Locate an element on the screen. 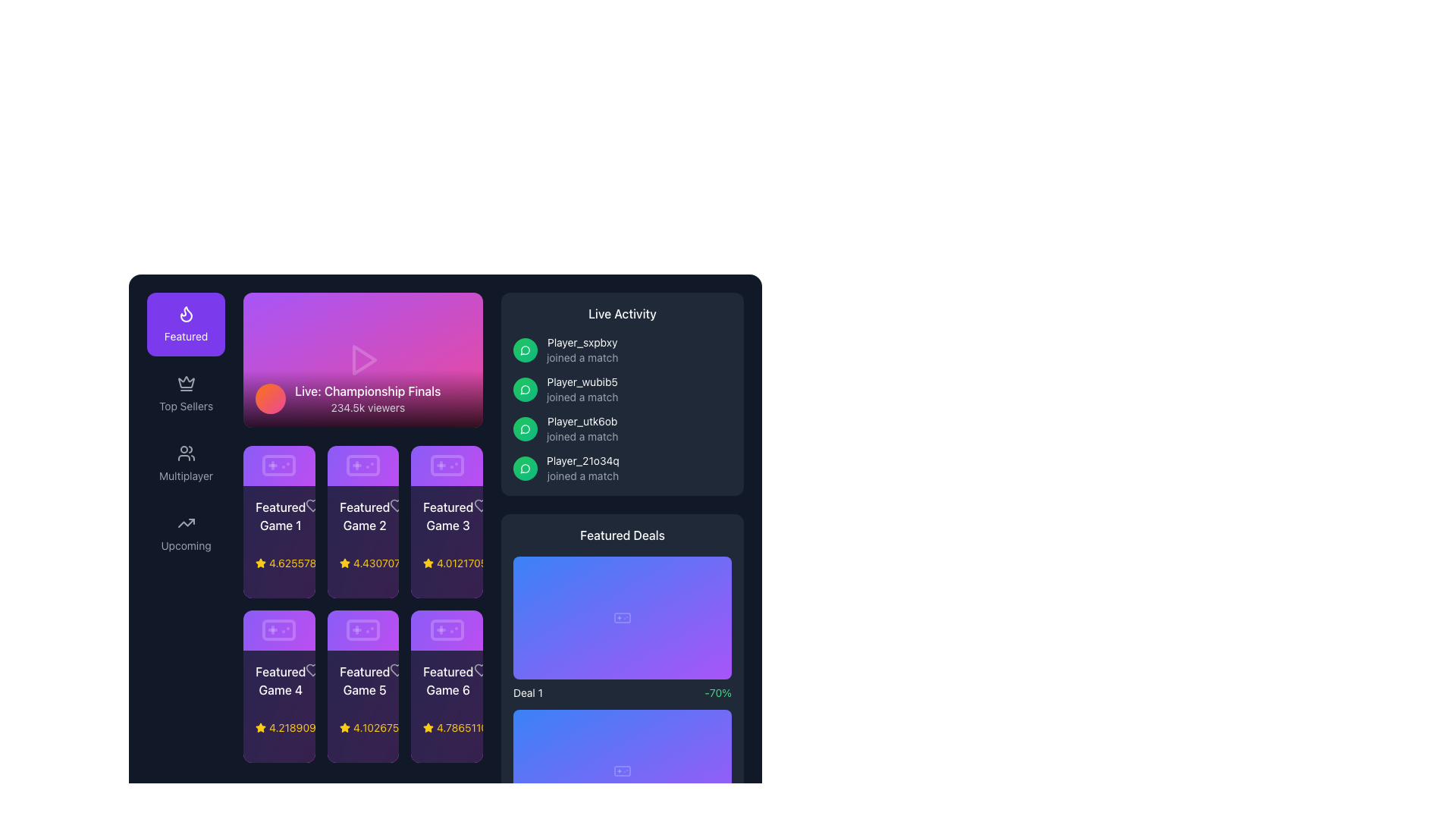 The image size is (1456, 819). text of the static label indicating the username of the player who has joined a match, located in the 'Live Activity' panel, specifically the third entry from the top, adjacent to a green icon is located at coordinates (582, 421).